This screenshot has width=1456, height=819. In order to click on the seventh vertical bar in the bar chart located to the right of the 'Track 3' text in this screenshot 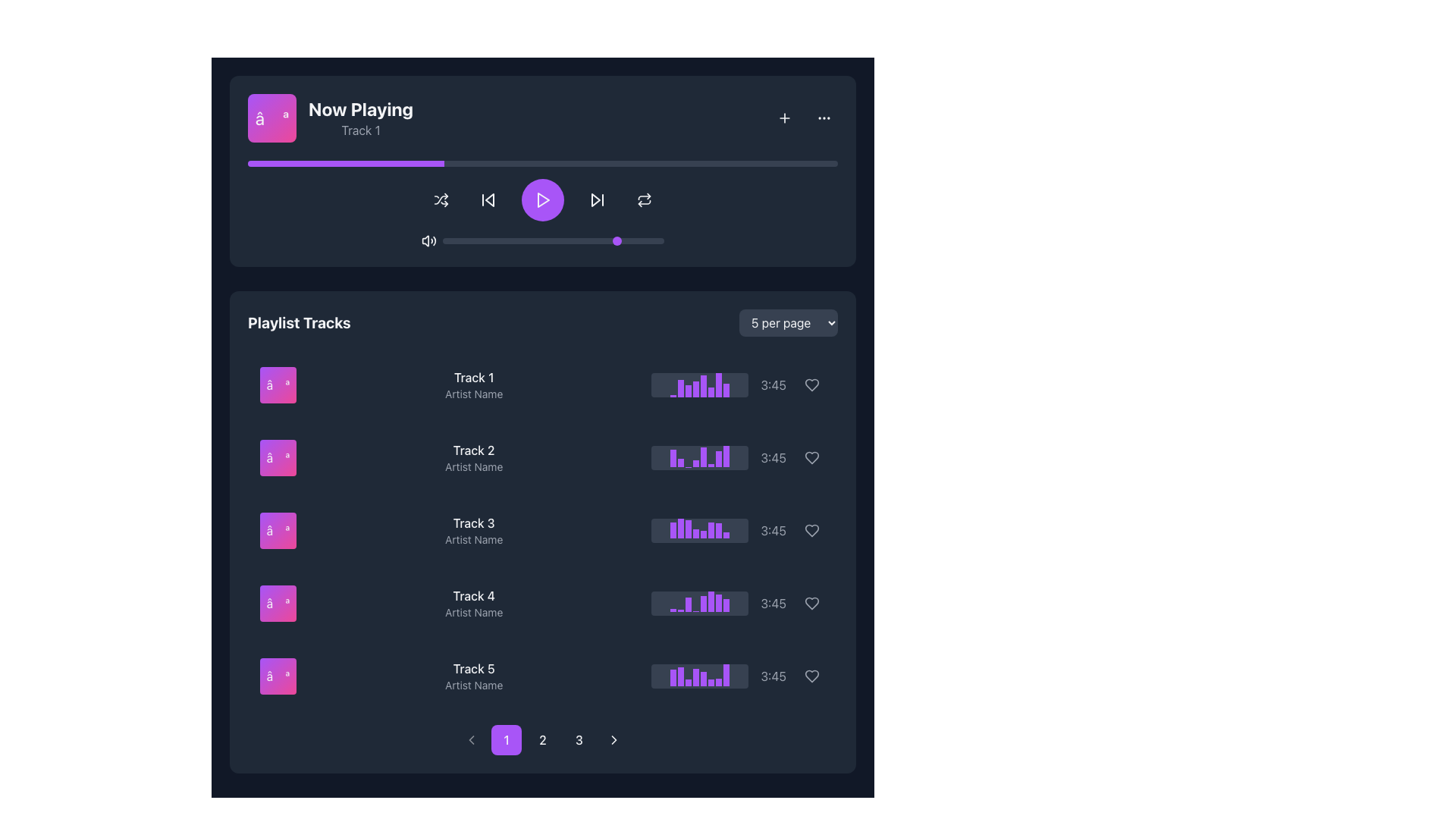, I will do `click(718, 530)`.